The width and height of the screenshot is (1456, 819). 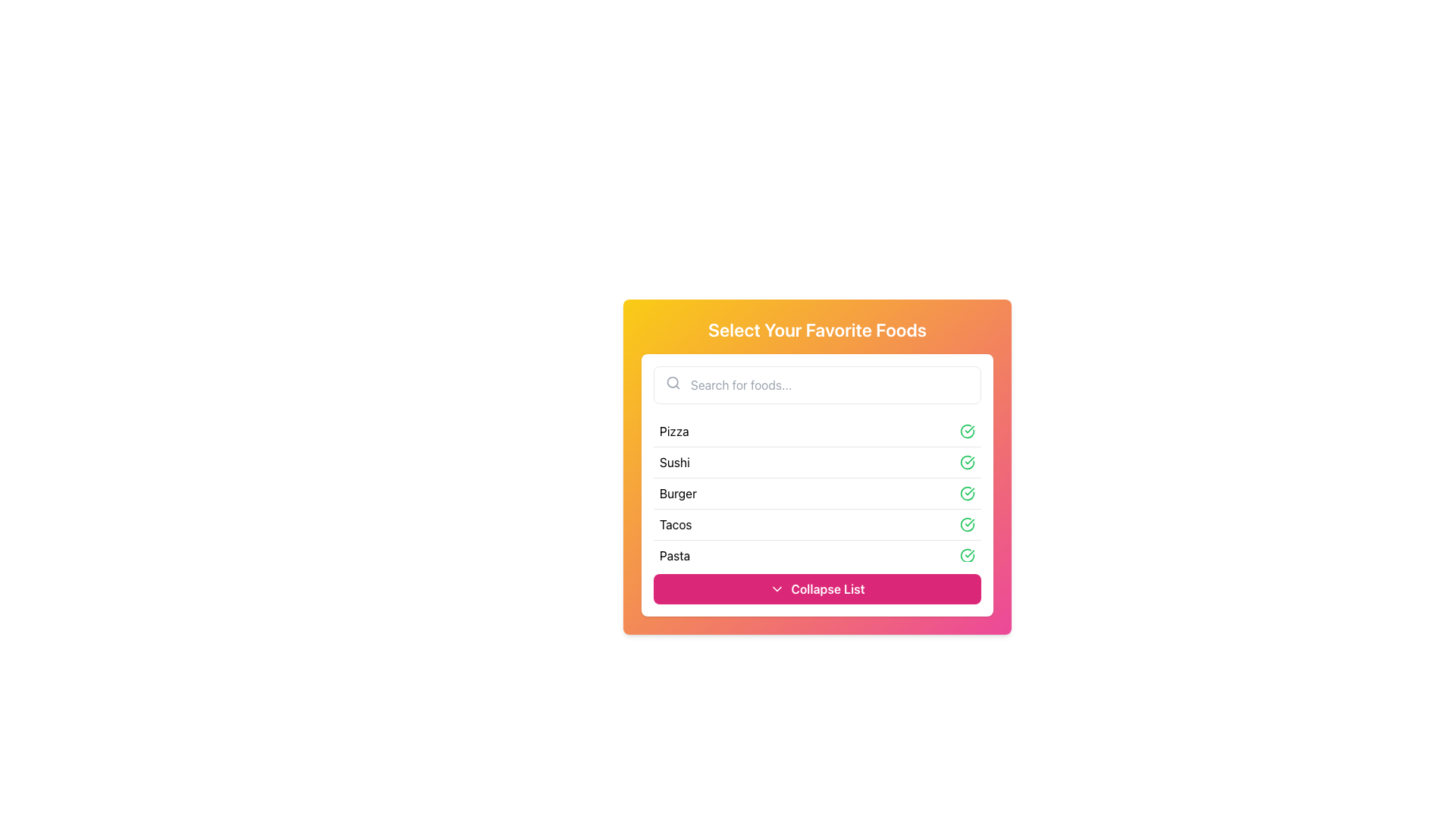 What do you see at coordinates (677, 494) in the screenshot?
I see `text label positioned as the third item in the vertical list of food names within the 'Select Your Favorite Foods' dialog, located between 'Sushi' and 'Tacos'` at bounding box center [677, 494].